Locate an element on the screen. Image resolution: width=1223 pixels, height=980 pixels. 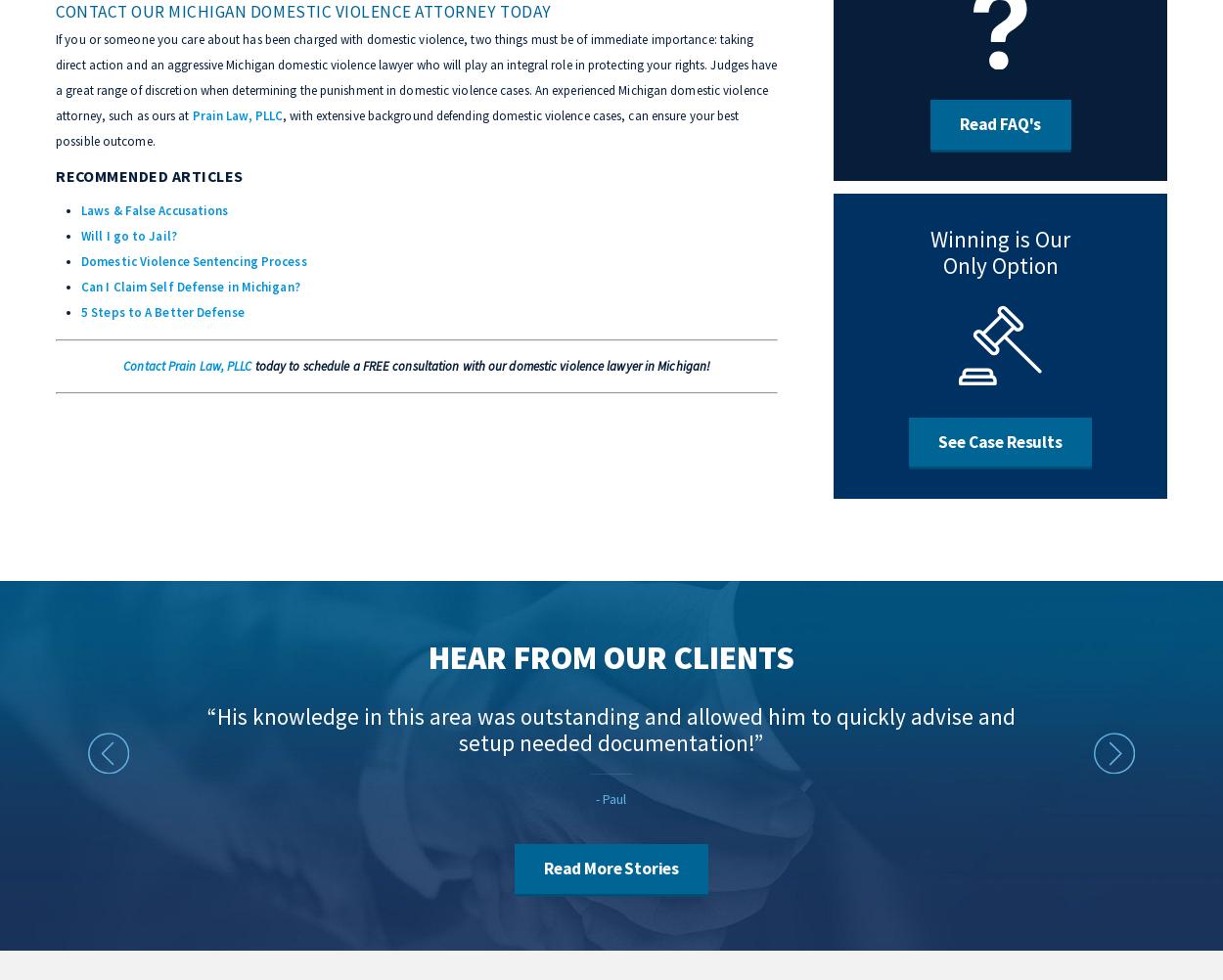
'“His knowledge in this area was outstanding and allowed him to quickly advise and setup needed documentation!”' is located at coordinates (610, 729).